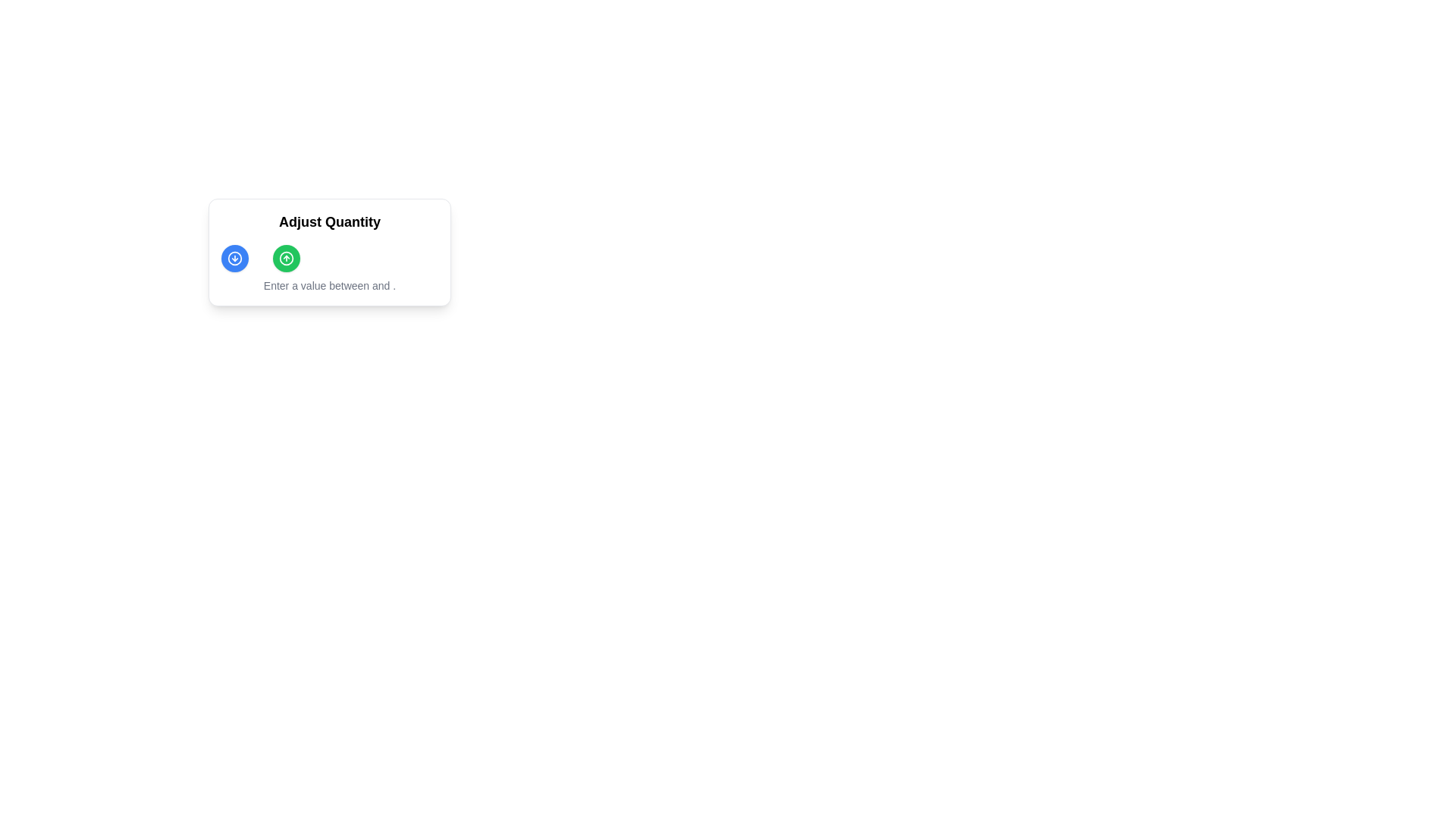 Image resolution: width=1456 pixels, height=819 pixels. Describe the element at coordinates (287, 257) in the screenshot. I see `the green circular button with an upward-pointing white arrow to increment a value` at that location.